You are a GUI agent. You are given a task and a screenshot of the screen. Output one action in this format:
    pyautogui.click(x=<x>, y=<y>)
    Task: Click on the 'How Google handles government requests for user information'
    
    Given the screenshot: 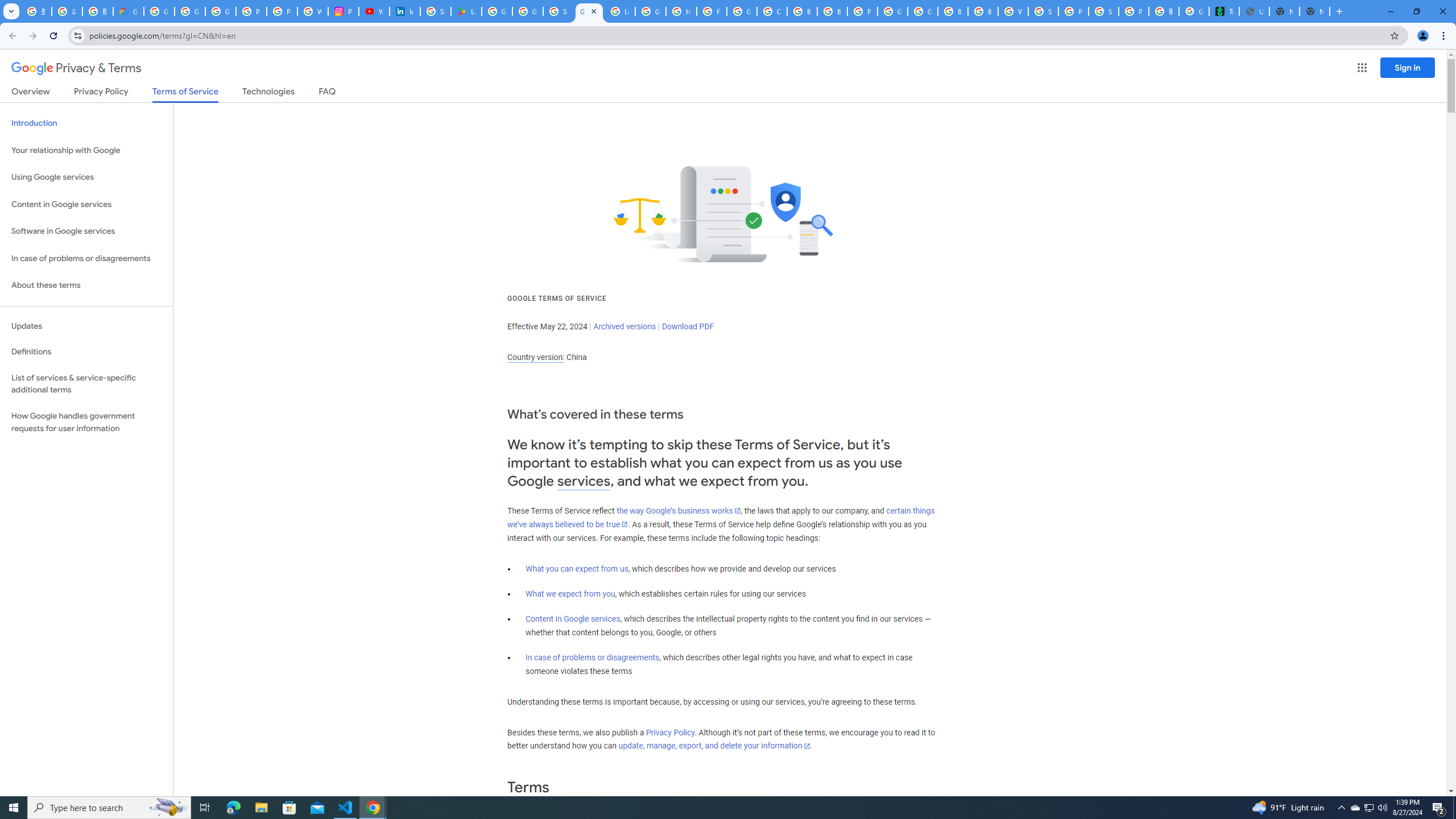 What is the action you would take?
    pyautogui.click(x=86, y=422)
    